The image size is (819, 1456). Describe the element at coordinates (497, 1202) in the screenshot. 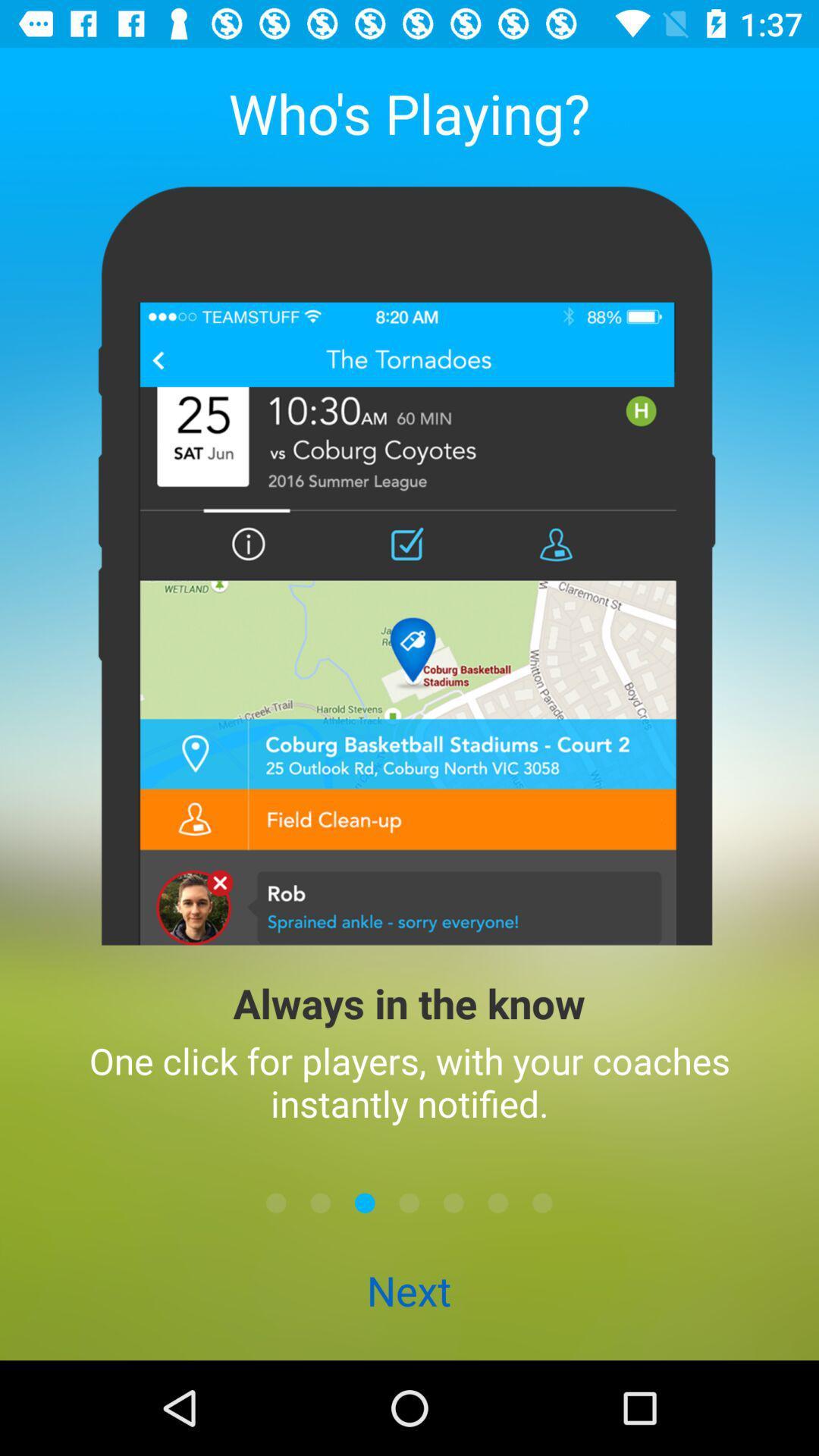

I see `3rd tab over` at that location.